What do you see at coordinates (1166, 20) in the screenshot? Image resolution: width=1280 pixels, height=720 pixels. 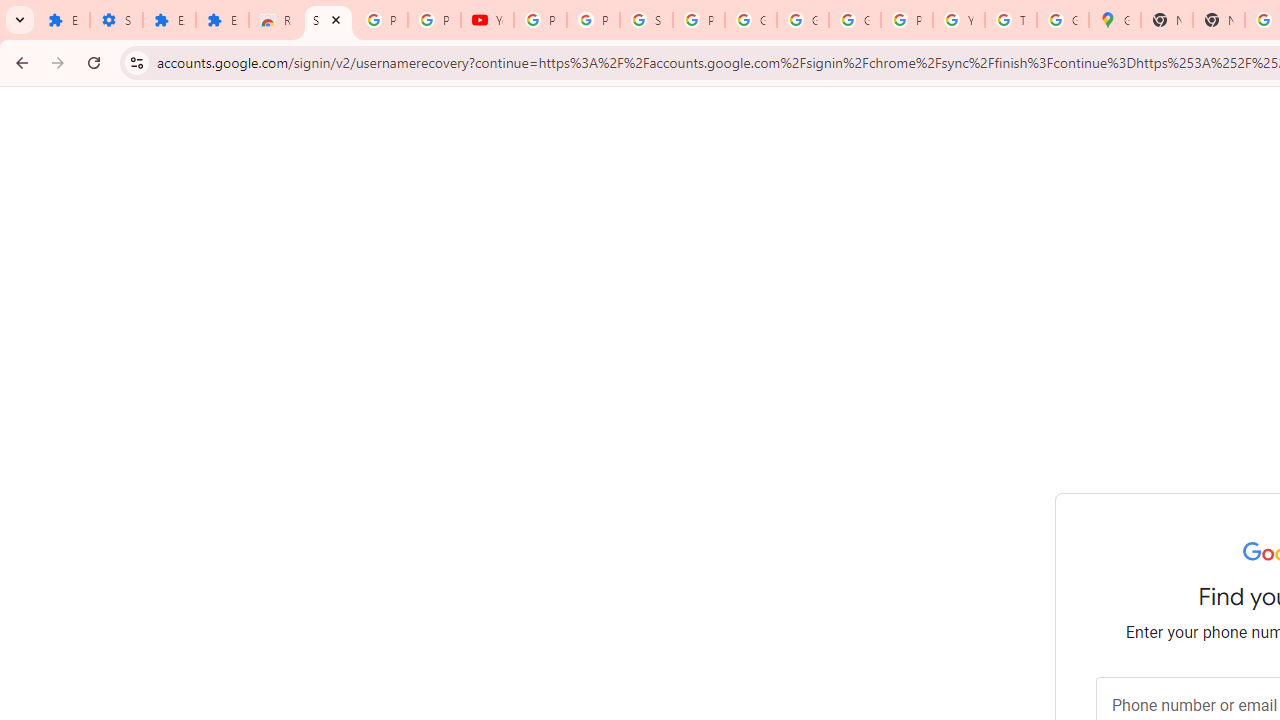 I see `'New Tab'` at bounding box center [1166, 20].